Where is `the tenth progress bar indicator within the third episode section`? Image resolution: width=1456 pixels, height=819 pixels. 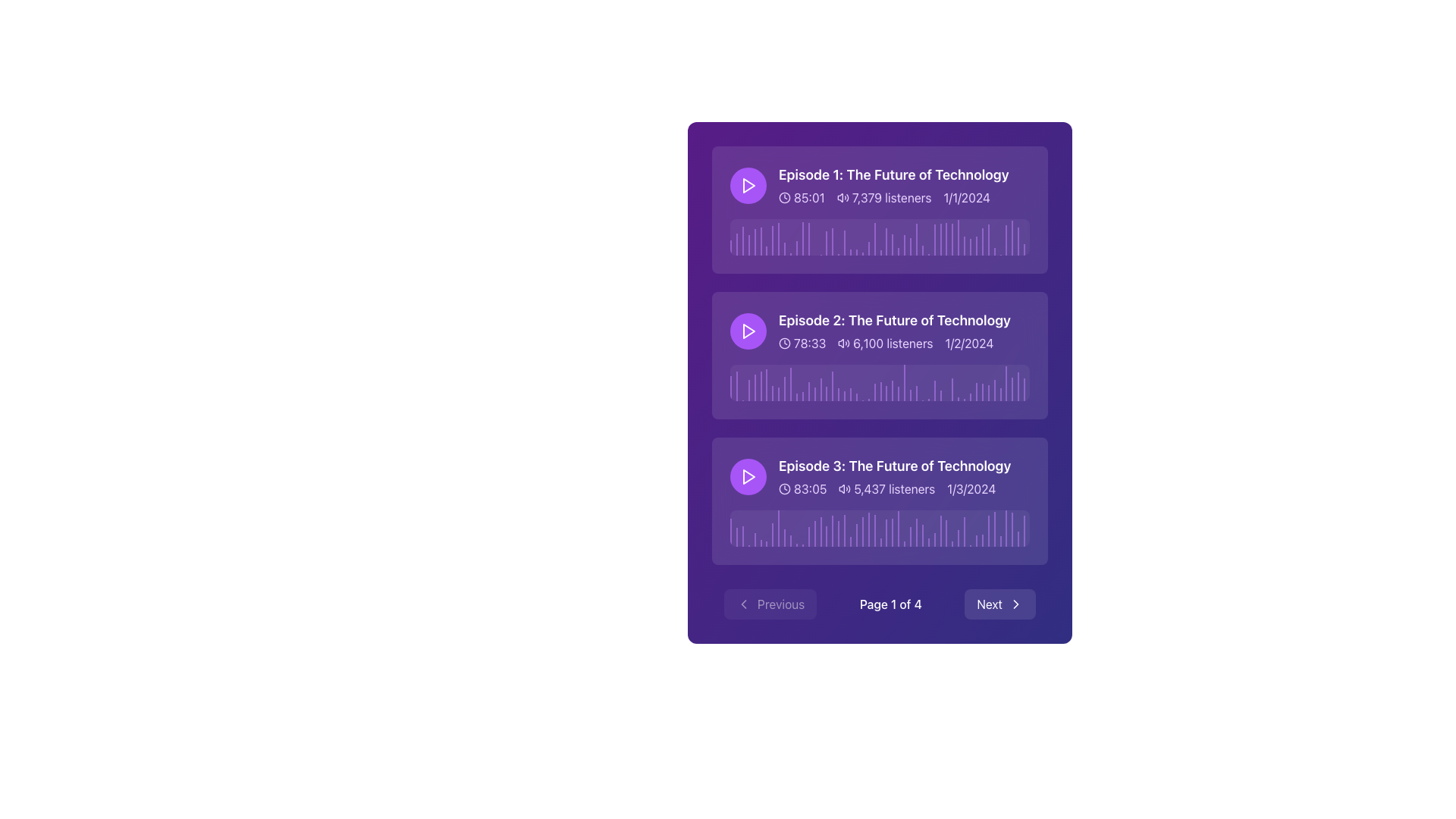
the tenth progress bar indicator within the third episode section is located at coordinates (785, 537).